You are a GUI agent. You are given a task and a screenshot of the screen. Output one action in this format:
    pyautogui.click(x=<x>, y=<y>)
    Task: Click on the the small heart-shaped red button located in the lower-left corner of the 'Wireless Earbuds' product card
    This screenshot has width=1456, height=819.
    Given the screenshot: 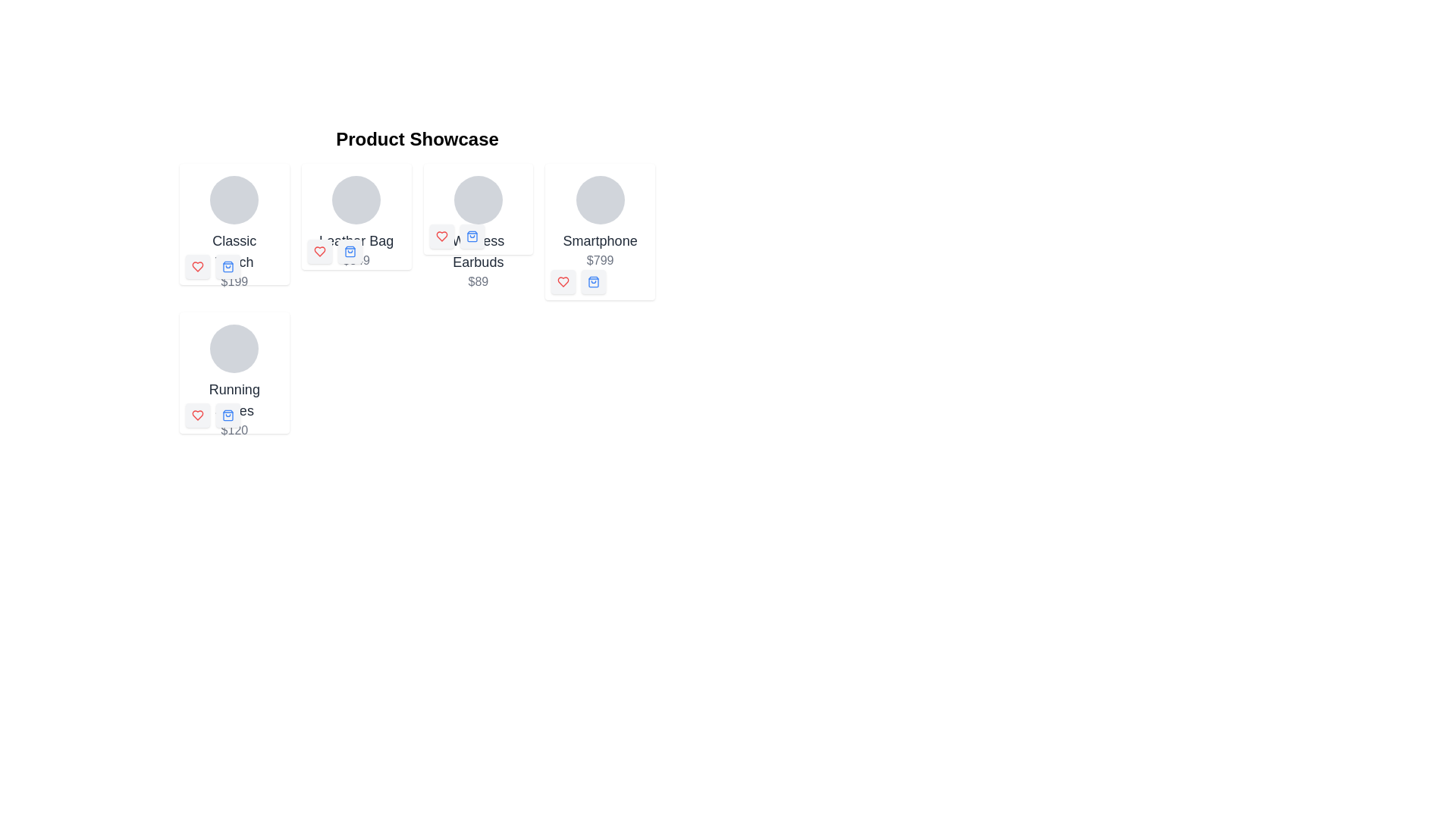 What is the action you would take?
    pyautogui.click(x=441, y=237)
    